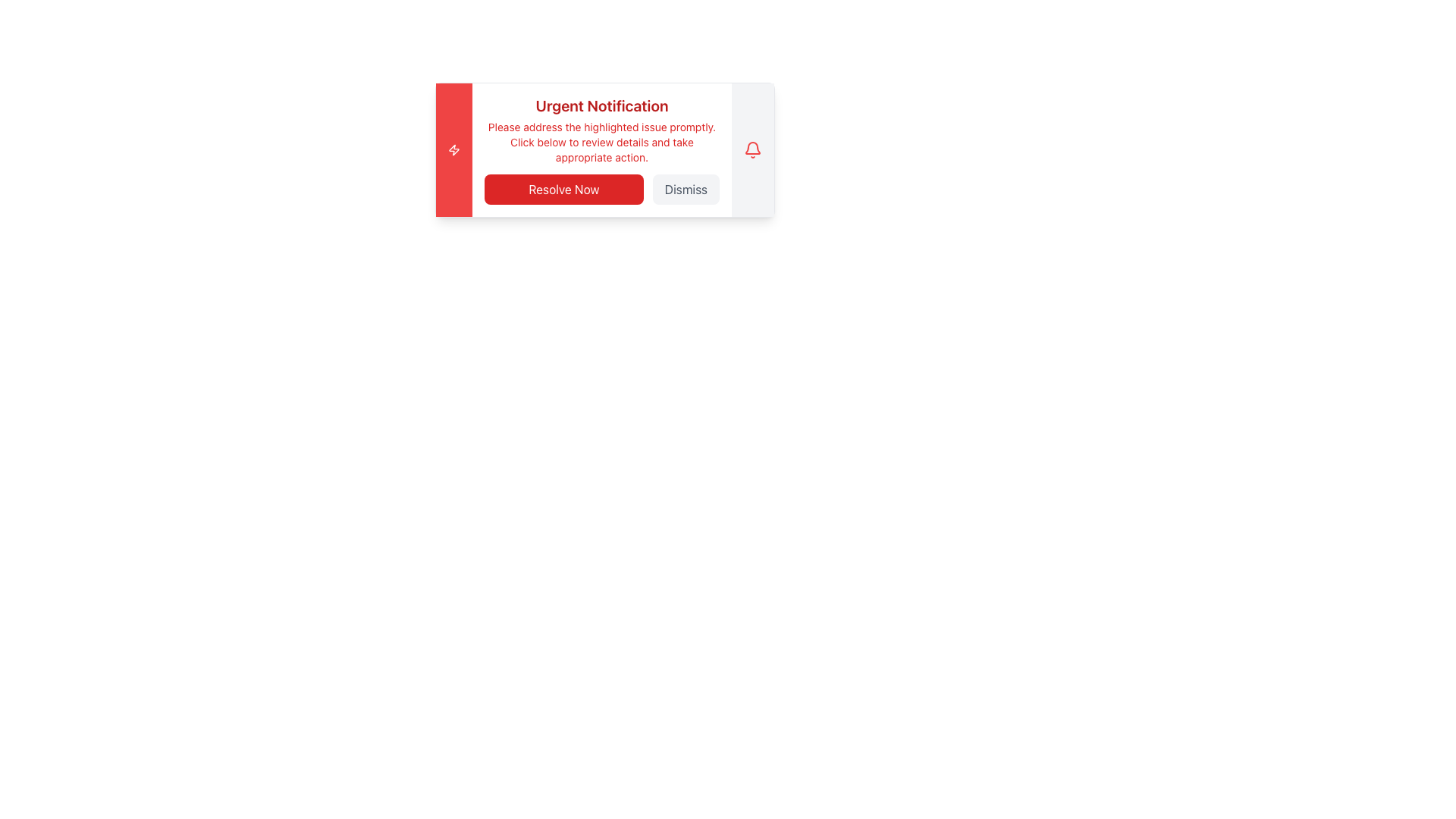 The height and width of the screenshot is (819, 1456). Describe the element at coordinates (685, 189) in the screenshot. I see `the 'Dismiss' button with a light gray background and dark gray text to observe hover effects` at that location.